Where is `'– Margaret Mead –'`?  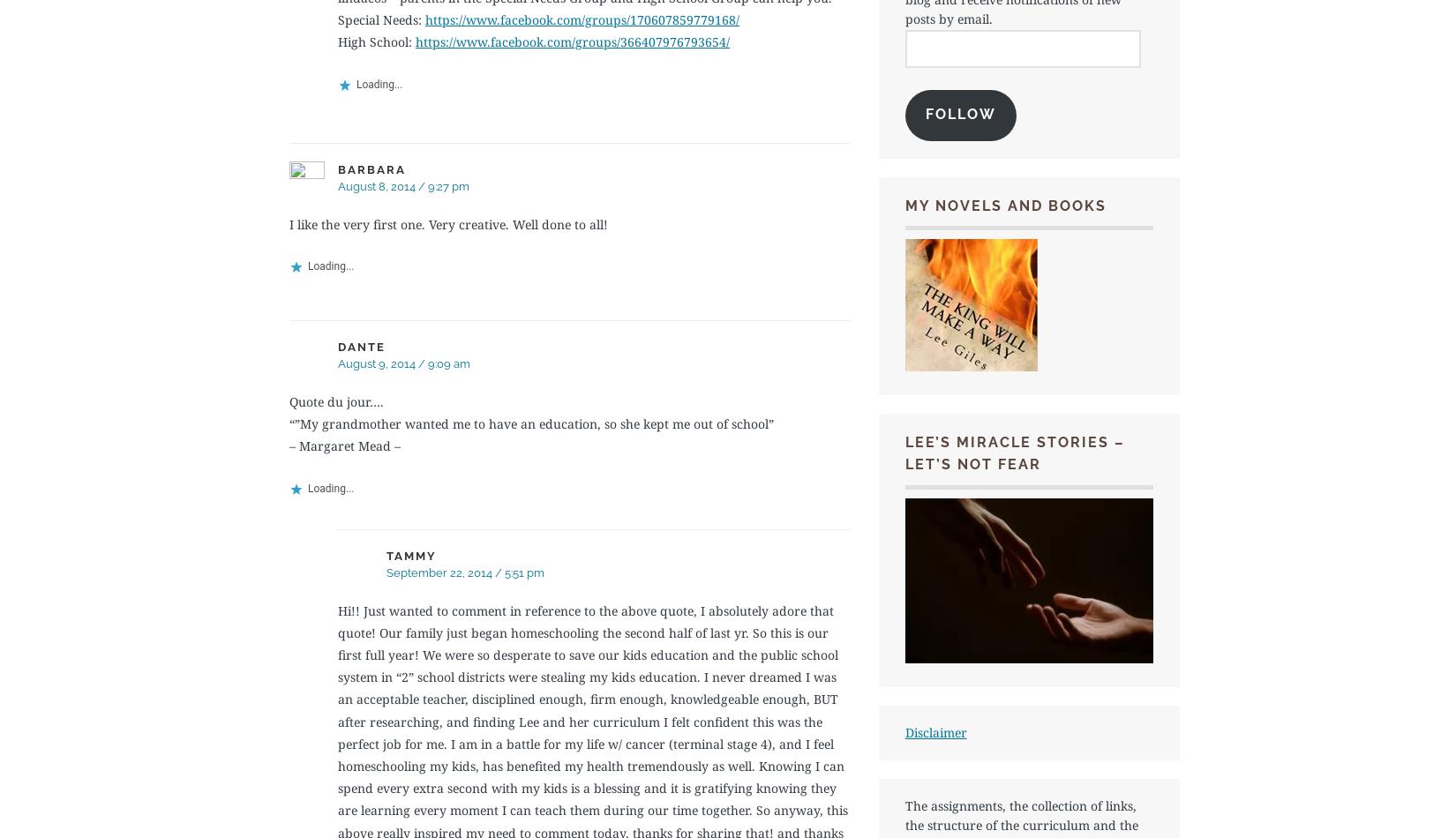
'– Margaret Mead –' is located at coordinates (345, 445).